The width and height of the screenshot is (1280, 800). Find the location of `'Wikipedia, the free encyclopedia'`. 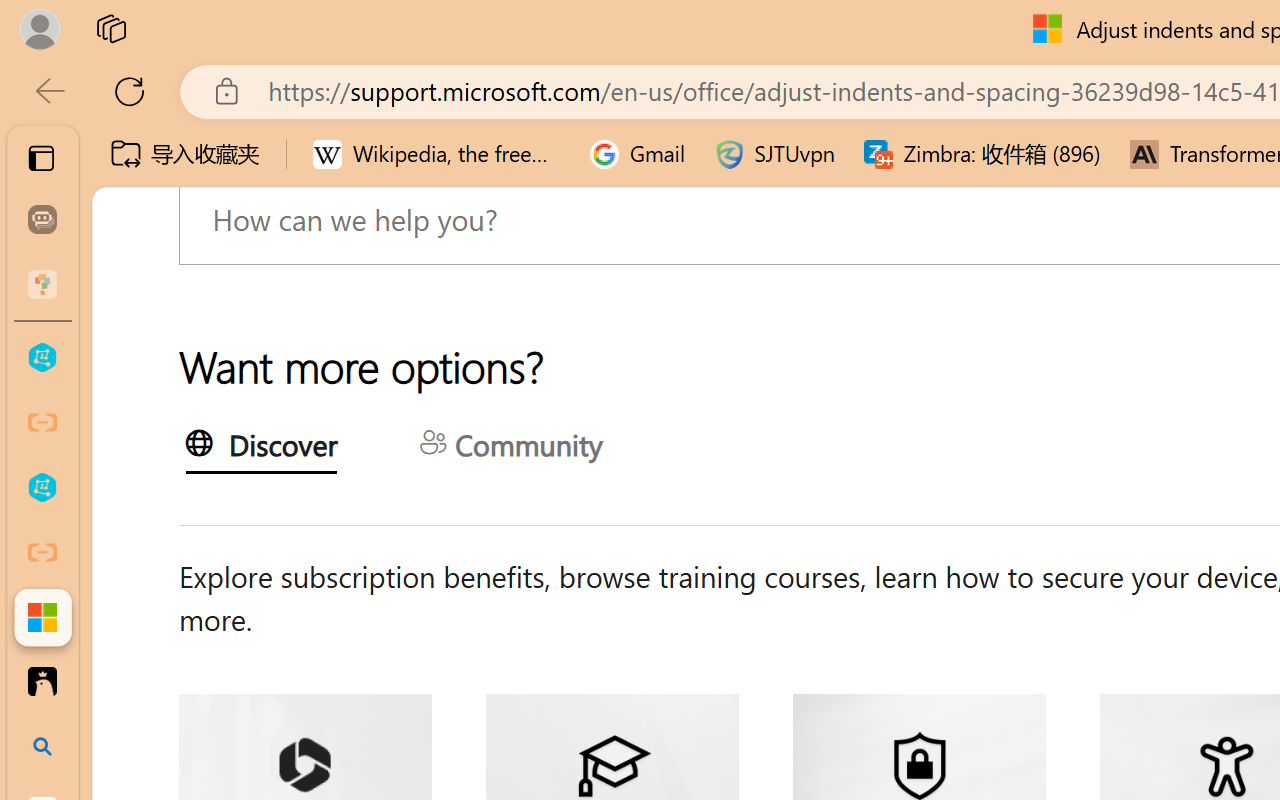

'Wikipedia, the free encyclopedia' is located at coordinates (436, 154).